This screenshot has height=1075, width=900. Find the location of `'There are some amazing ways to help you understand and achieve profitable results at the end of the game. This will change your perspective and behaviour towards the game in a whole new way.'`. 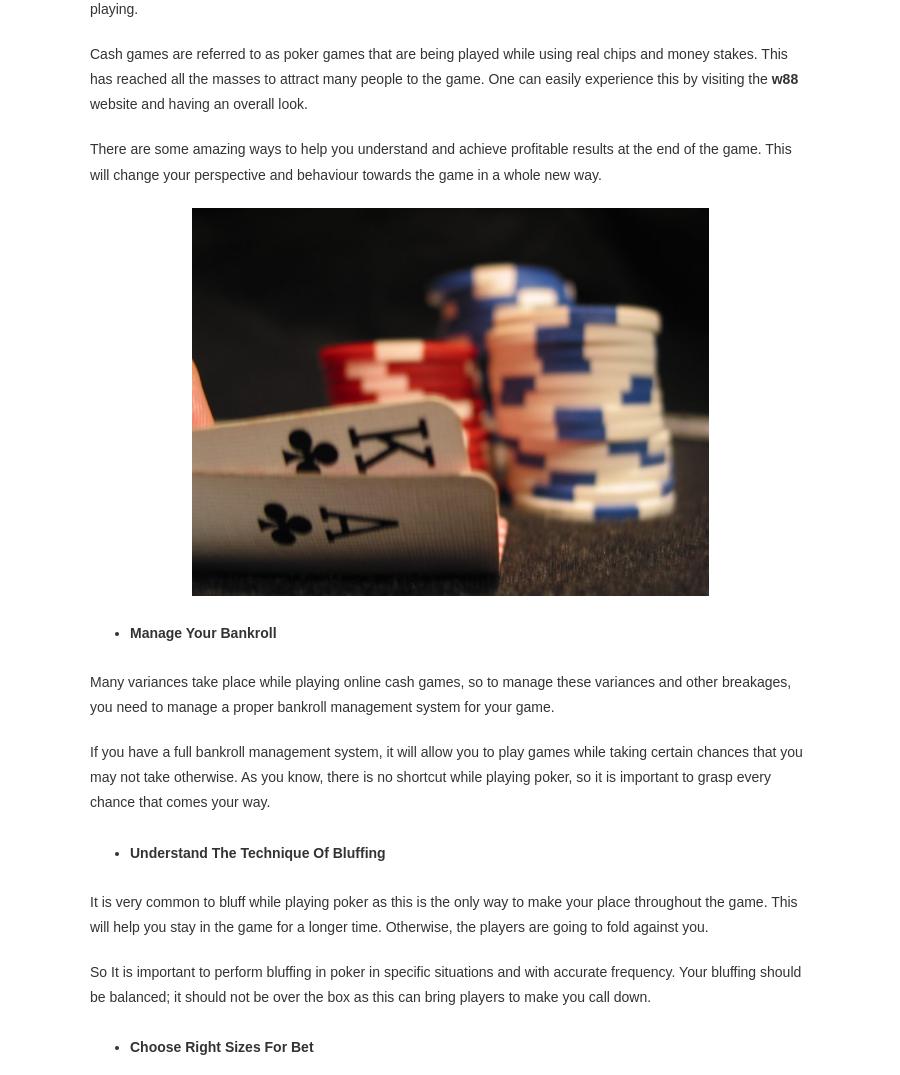

'There are some amazing ways to help you understand and achieve profitable results at the end of the game. This will change your perspective and behaviour towards the game in a whole new way.' is located at coordinates (89, 160).